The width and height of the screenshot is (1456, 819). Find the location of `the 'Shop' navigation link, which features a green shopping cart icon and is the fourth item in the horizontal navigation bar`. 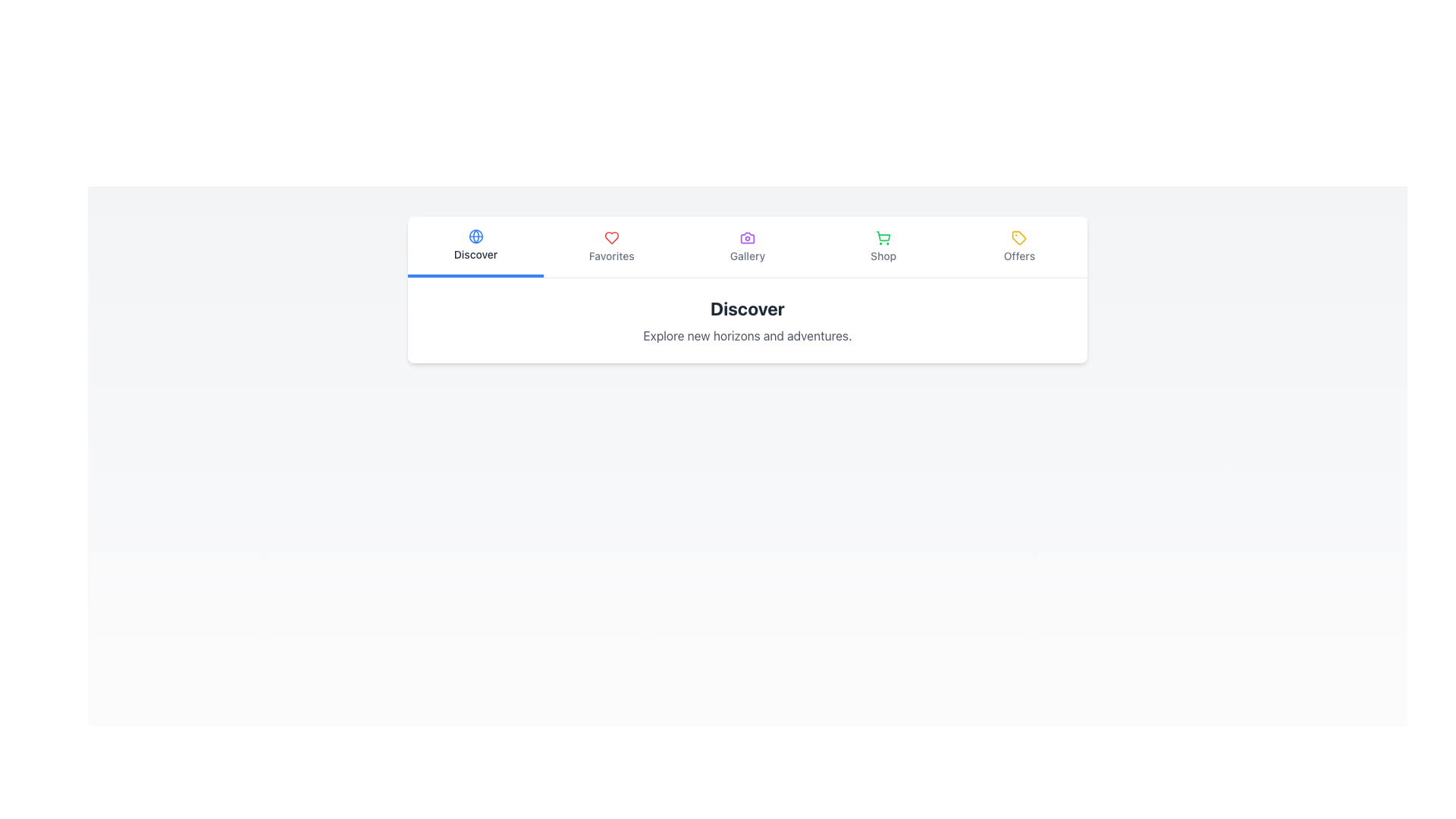

the 'Shop' navigation link, which features a green shopping cart icon and is the fourth item in the horizontal navigation bar is located at coordinates (883, 246).